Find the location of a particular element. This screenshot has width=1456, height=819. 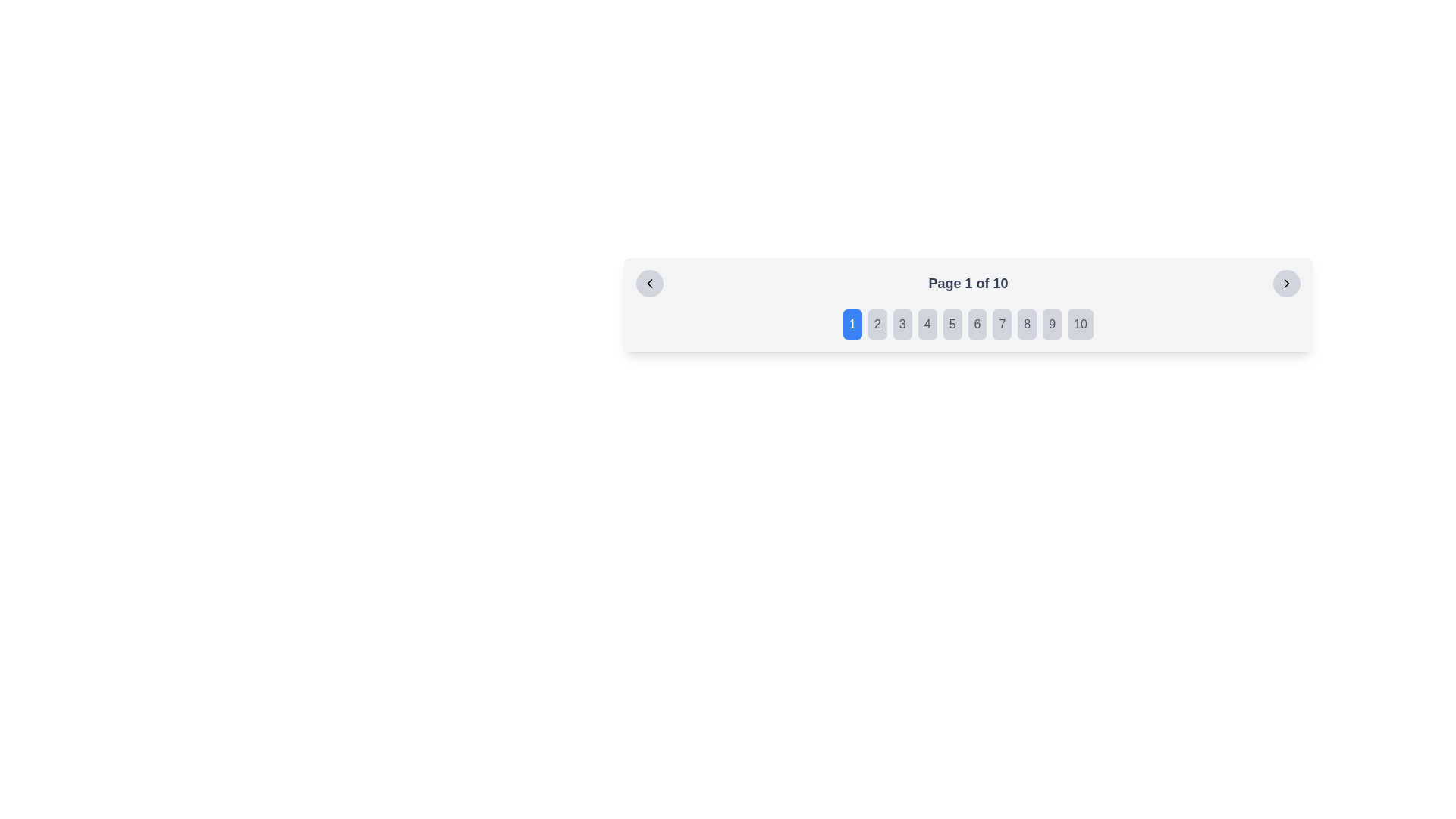

the left-facing chevron arrow in the navigation bar is located at coordinates (650, 284).